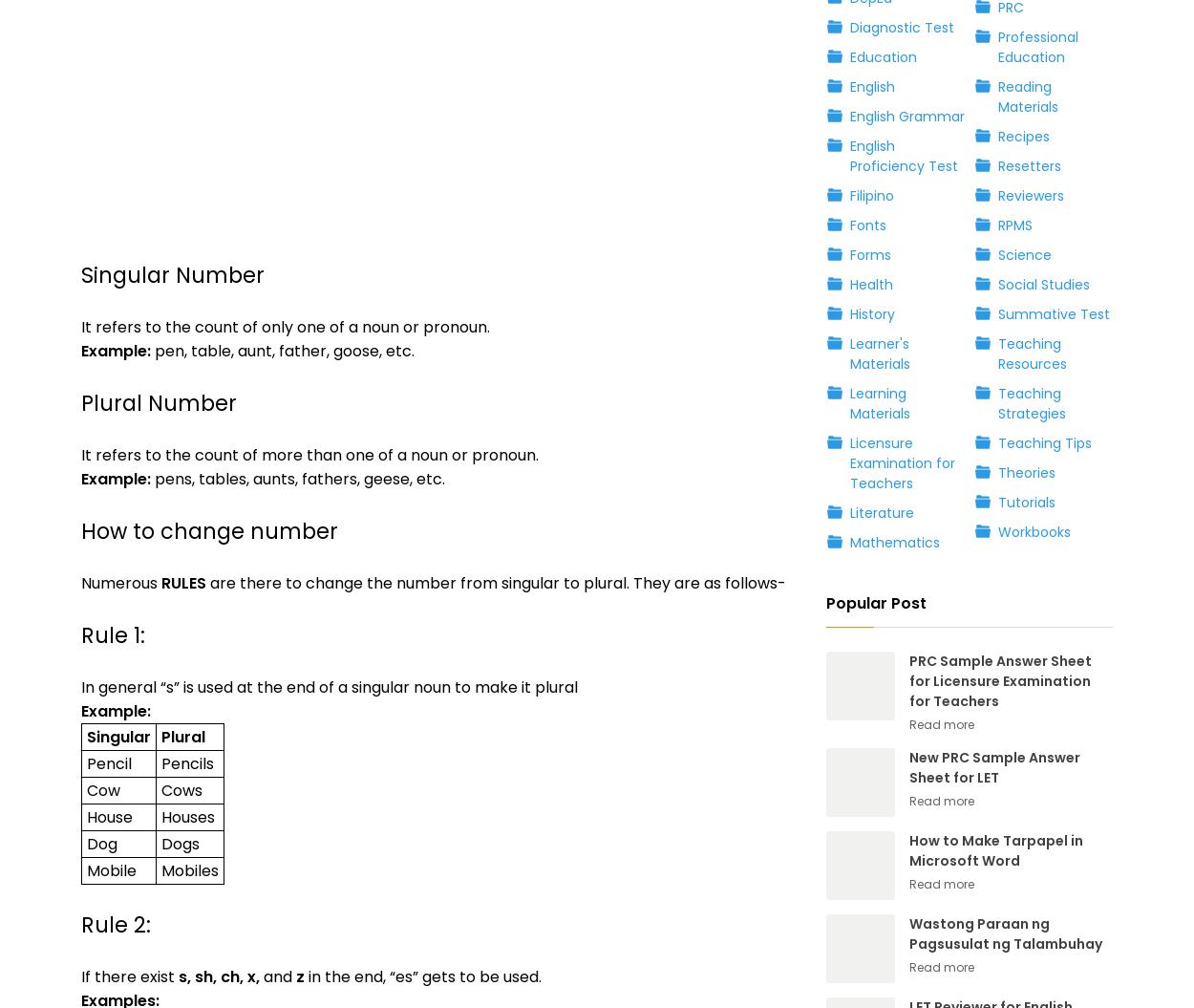 Image resolution: width=1194 pixels, height=1008 pixels. What do you see at coordinates (565, 880) in the screenshot?
I see `'By using this website, you agree that we and our partners may set cookies for purposes such as customising content and advertising.'` at bounding box center [565, 880].